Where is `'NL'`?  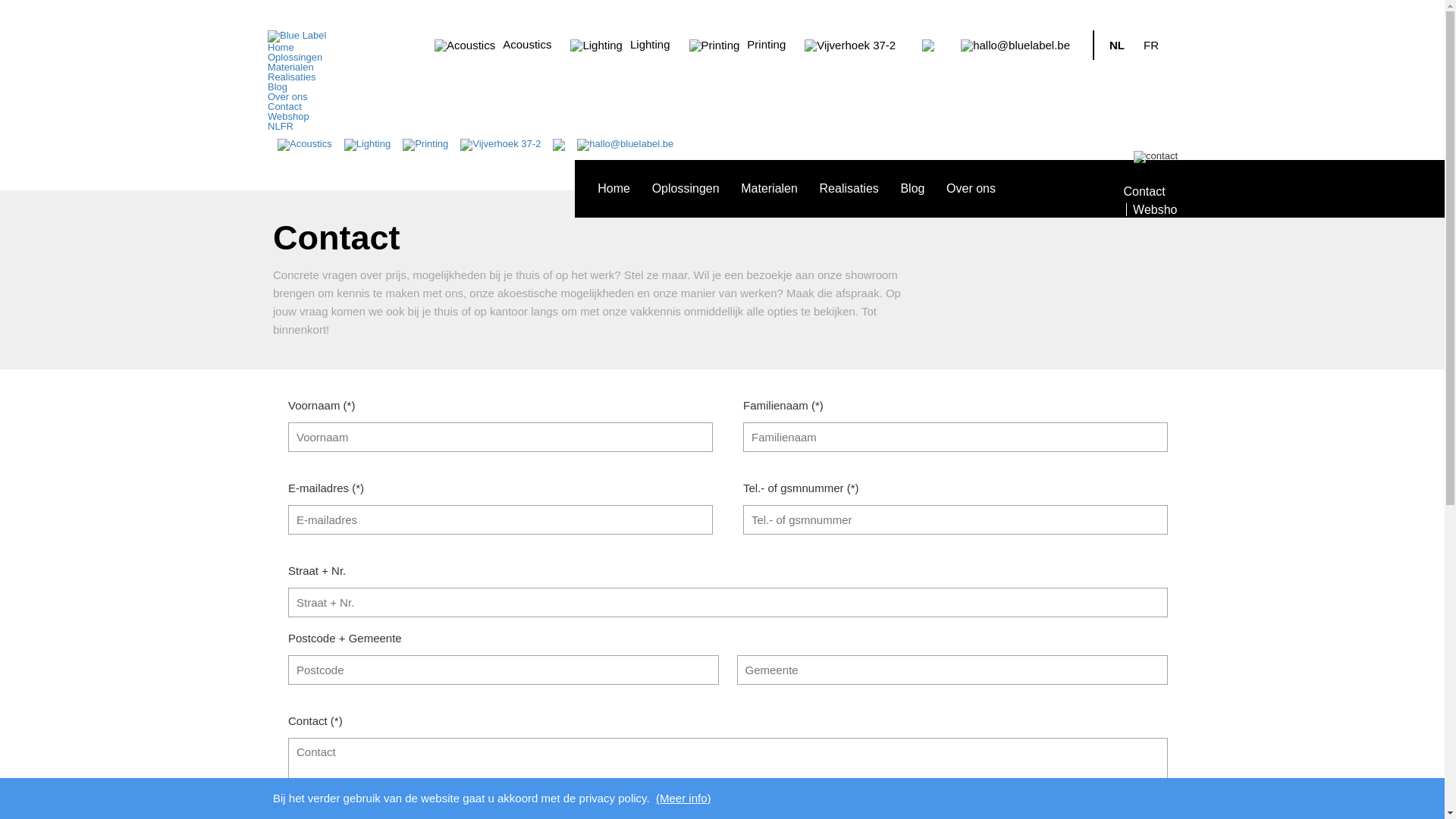
'NL' is located at coordinates (268, 125).